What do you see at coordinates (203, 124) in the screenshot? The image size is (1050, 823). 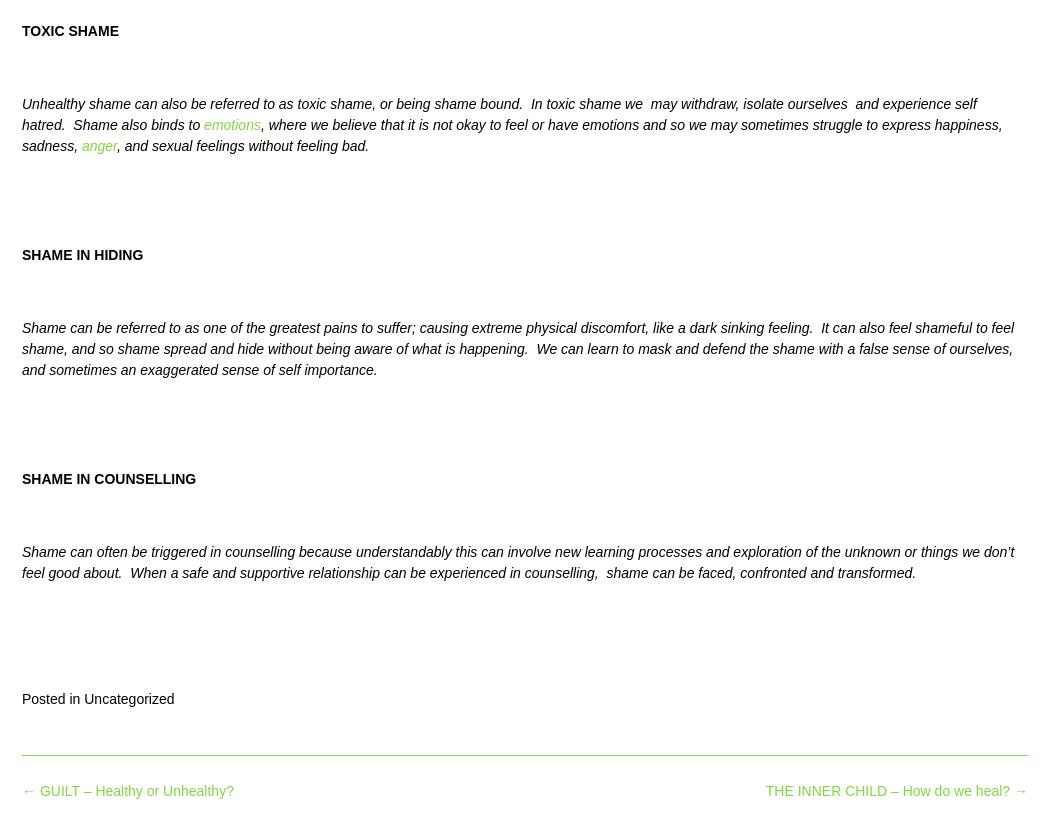 I see `'emotions'` at bounding box center [203, 124].